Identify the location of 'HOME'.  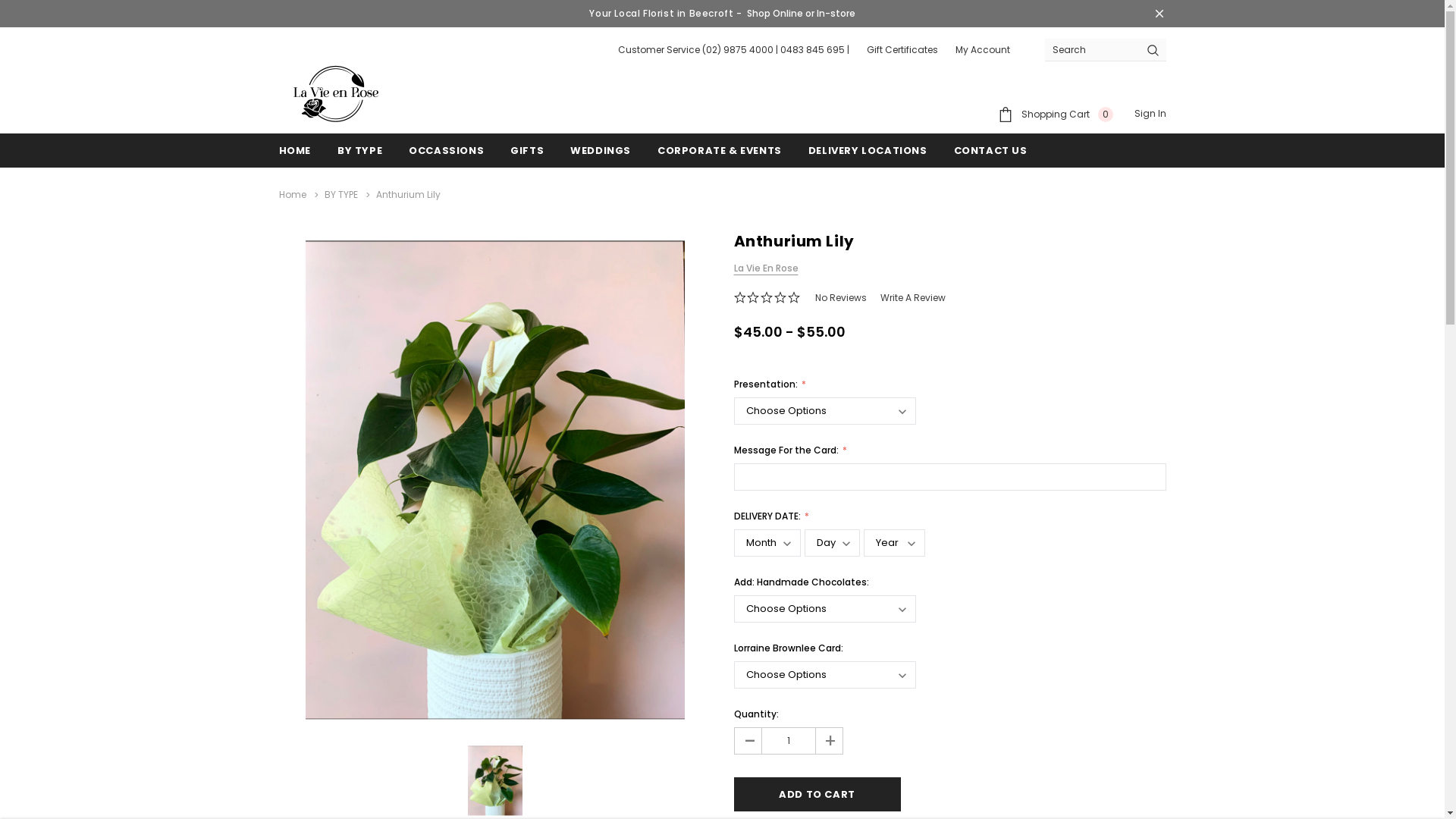
(279, 150).